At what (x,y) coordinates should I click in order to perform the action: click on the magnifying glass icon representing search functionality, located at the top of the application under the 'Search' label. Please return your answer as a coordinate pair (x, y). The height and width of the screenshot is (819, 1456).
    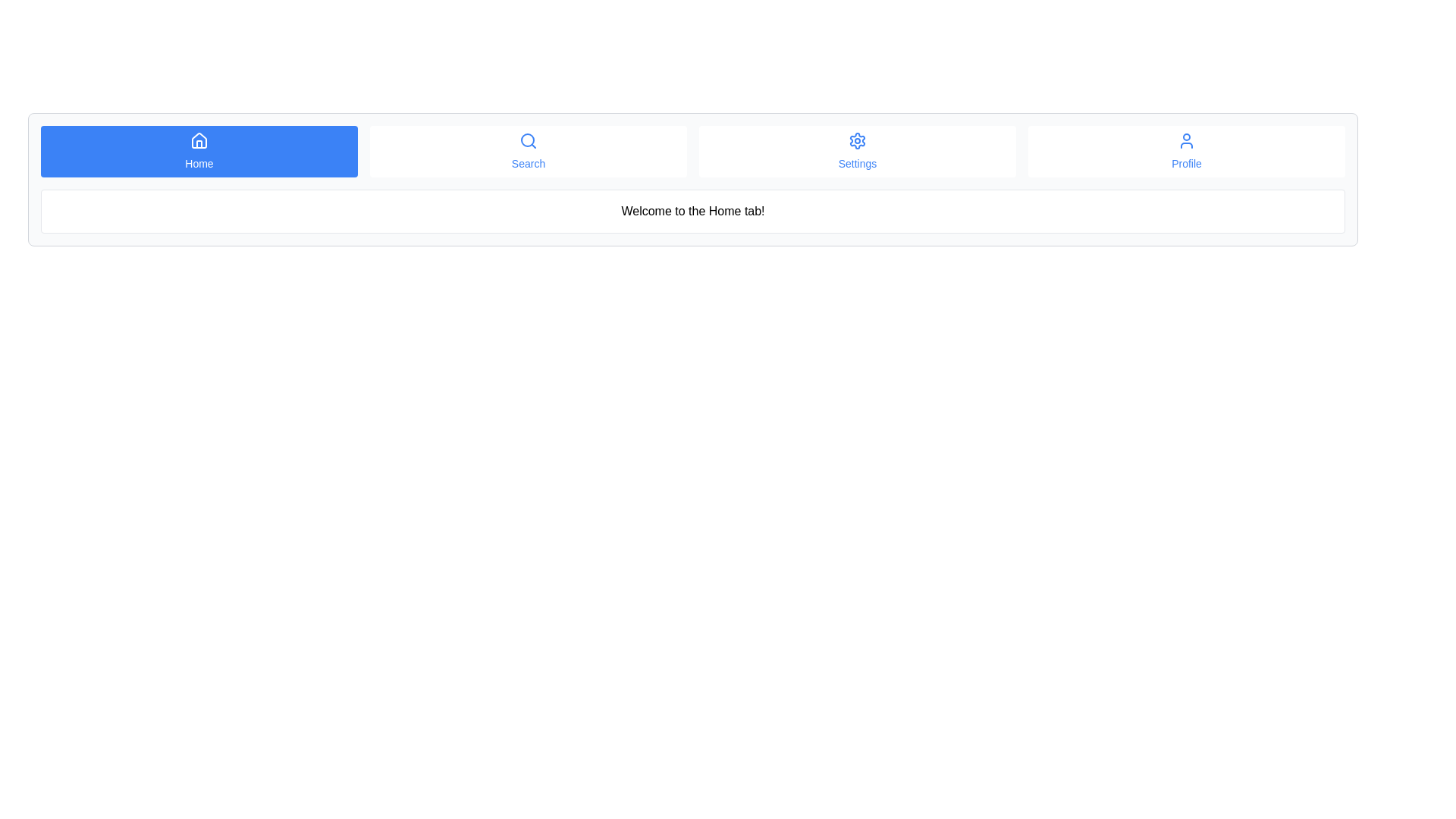
    Looking at the image, I should click on (528, 140).